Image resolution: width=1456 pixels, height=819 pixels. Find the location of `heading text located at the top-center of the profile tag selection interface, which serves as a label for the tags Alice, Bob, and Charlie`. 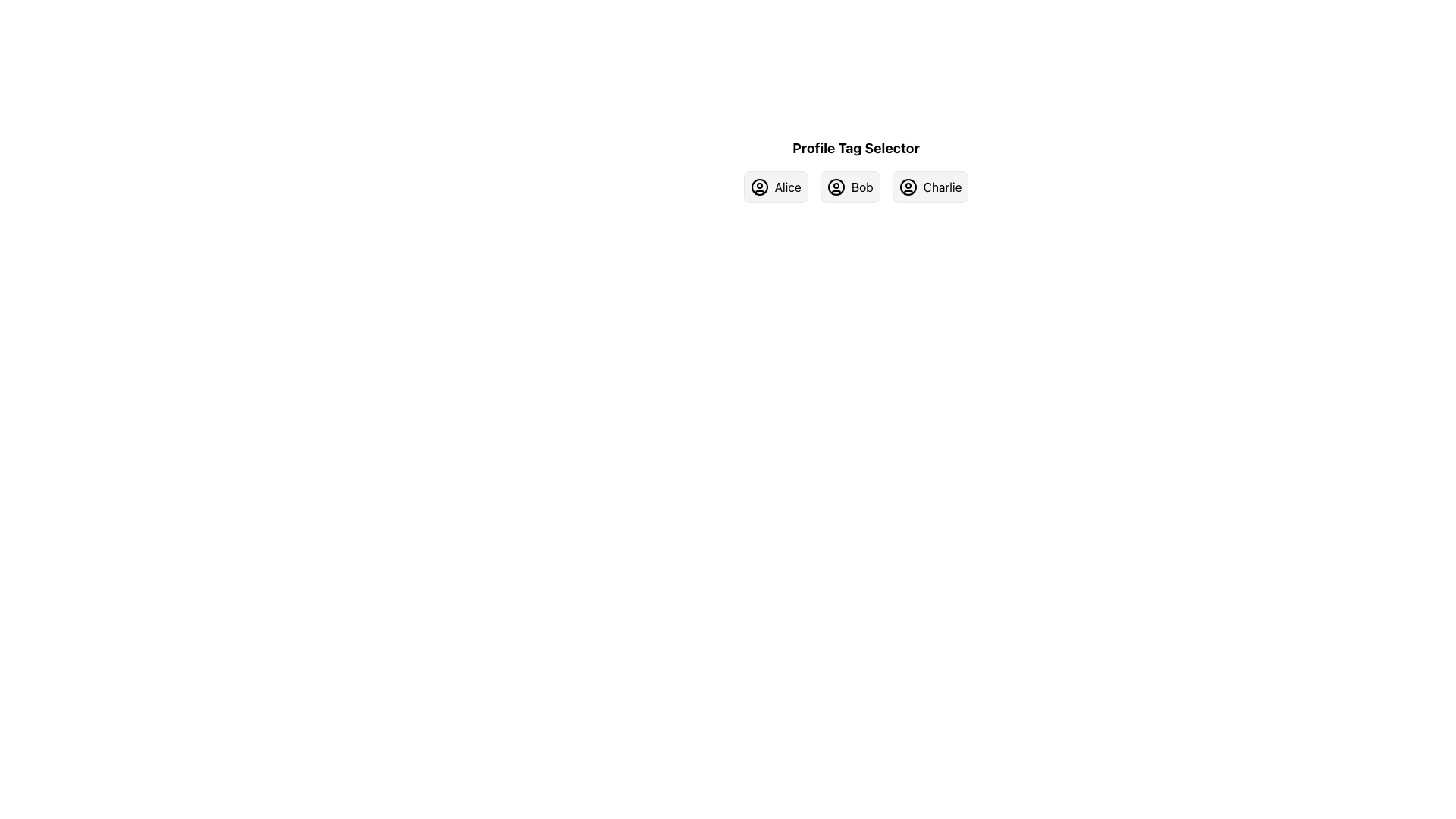

heading text located at the top-center of the profile tag selection interface, which serves as a label for the tags Alice, Bob, and Charlie is located at coordinates (855, 149).